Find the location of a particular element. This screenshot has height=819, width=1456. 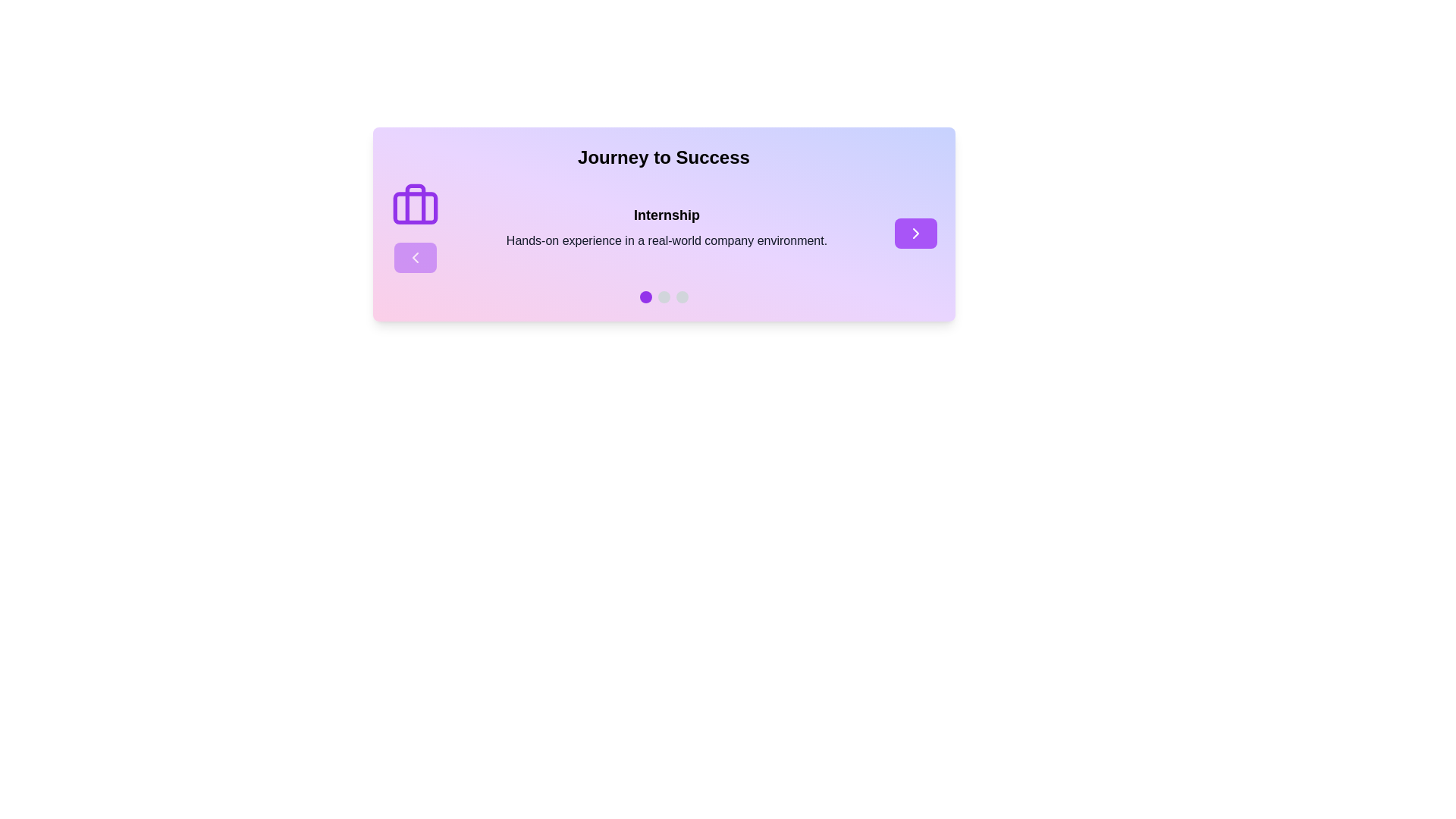

the informative text block titled 'Internship' is located at coordinates (667, 227).